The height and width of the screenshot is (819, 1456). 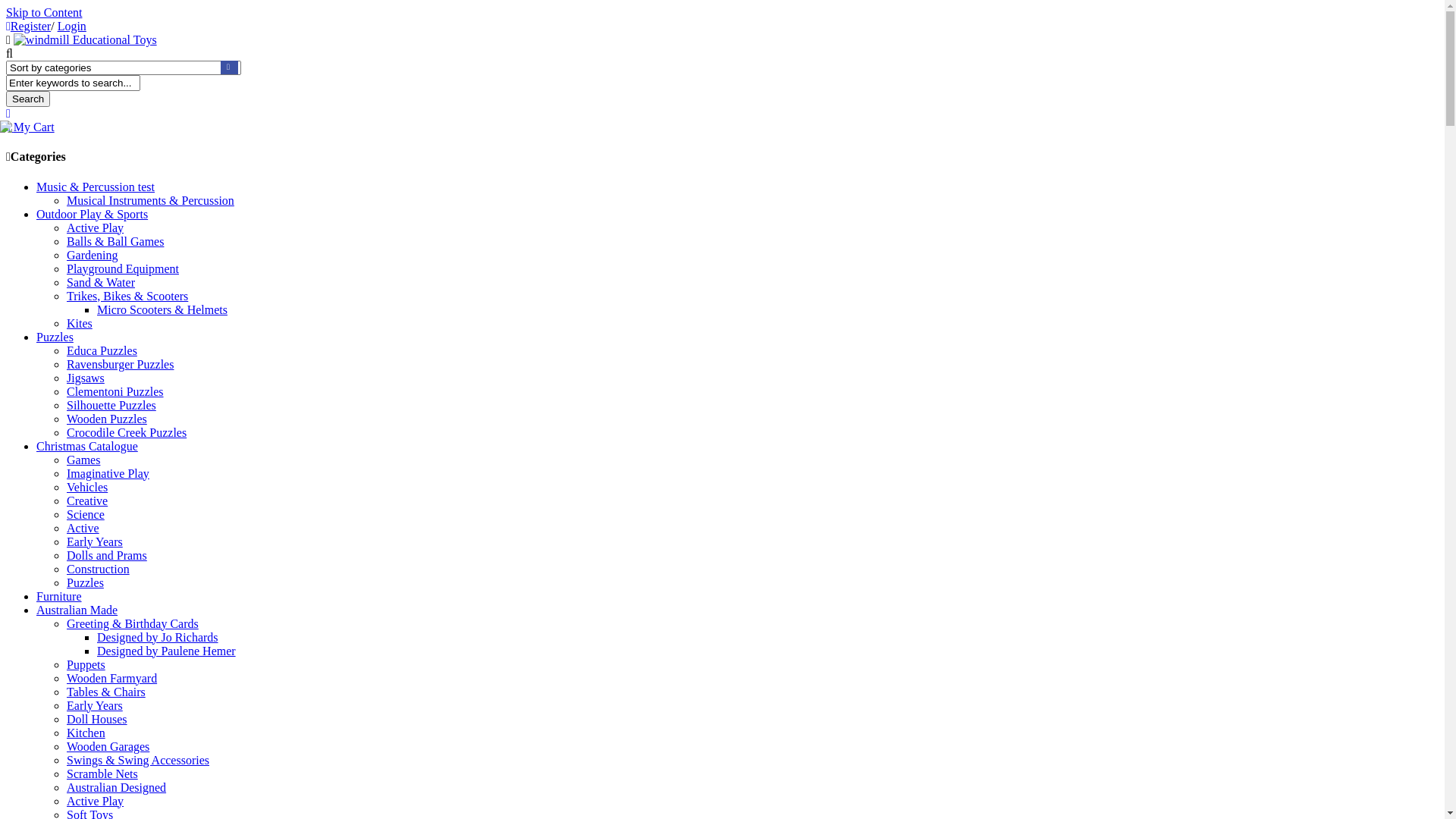 What do you see at coordinates (96, 309) in the screenshot?
I see `'Micro Scooters & Helmets'` at bounding box center [96, 309].